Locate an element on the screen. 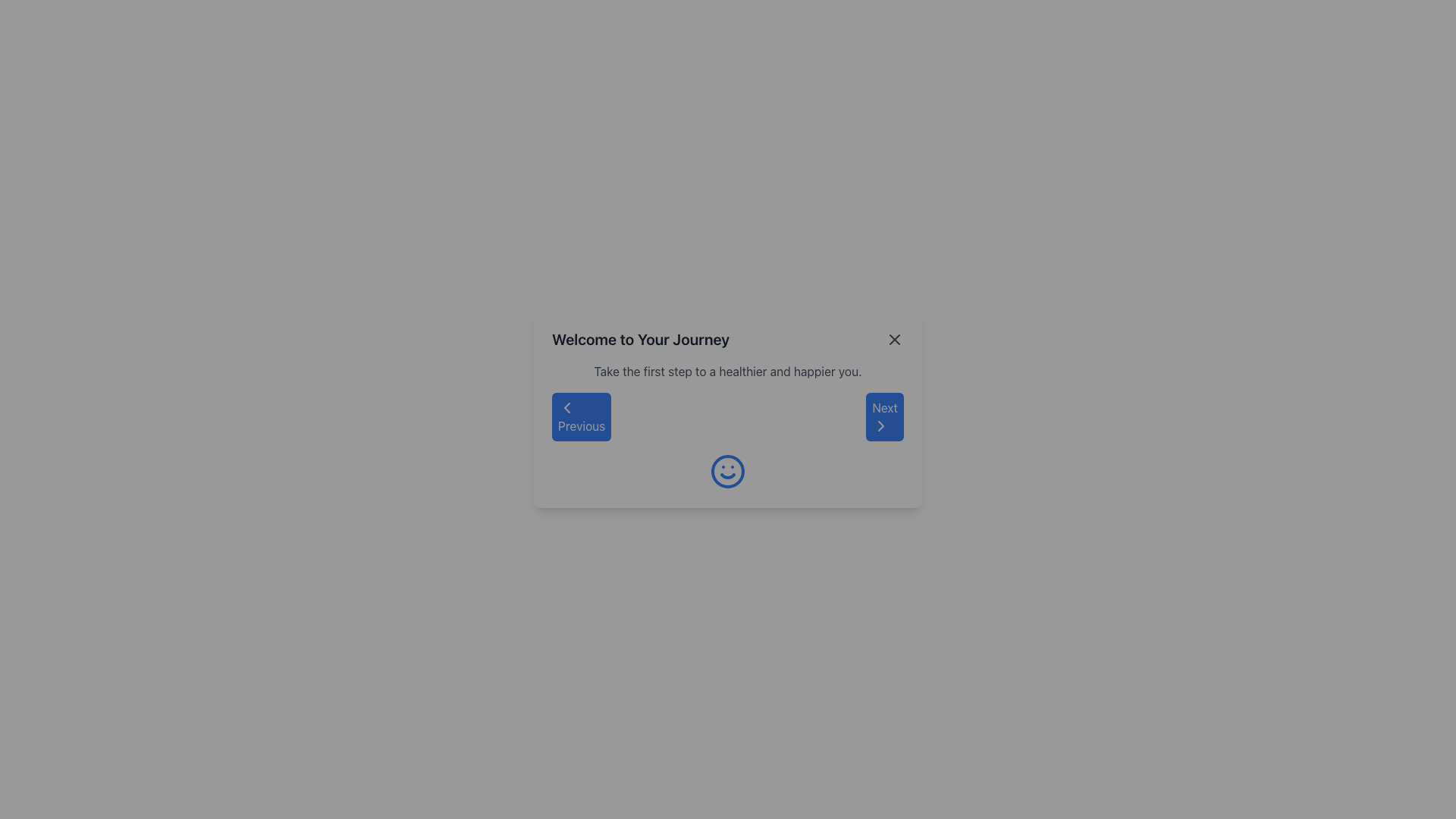 Image resolution: width=1456 pixels, height=819 pixels. the 'Next' button located at the bottom-right corner of the modal window to observe its hover effect is located at coordinates (885, 417).